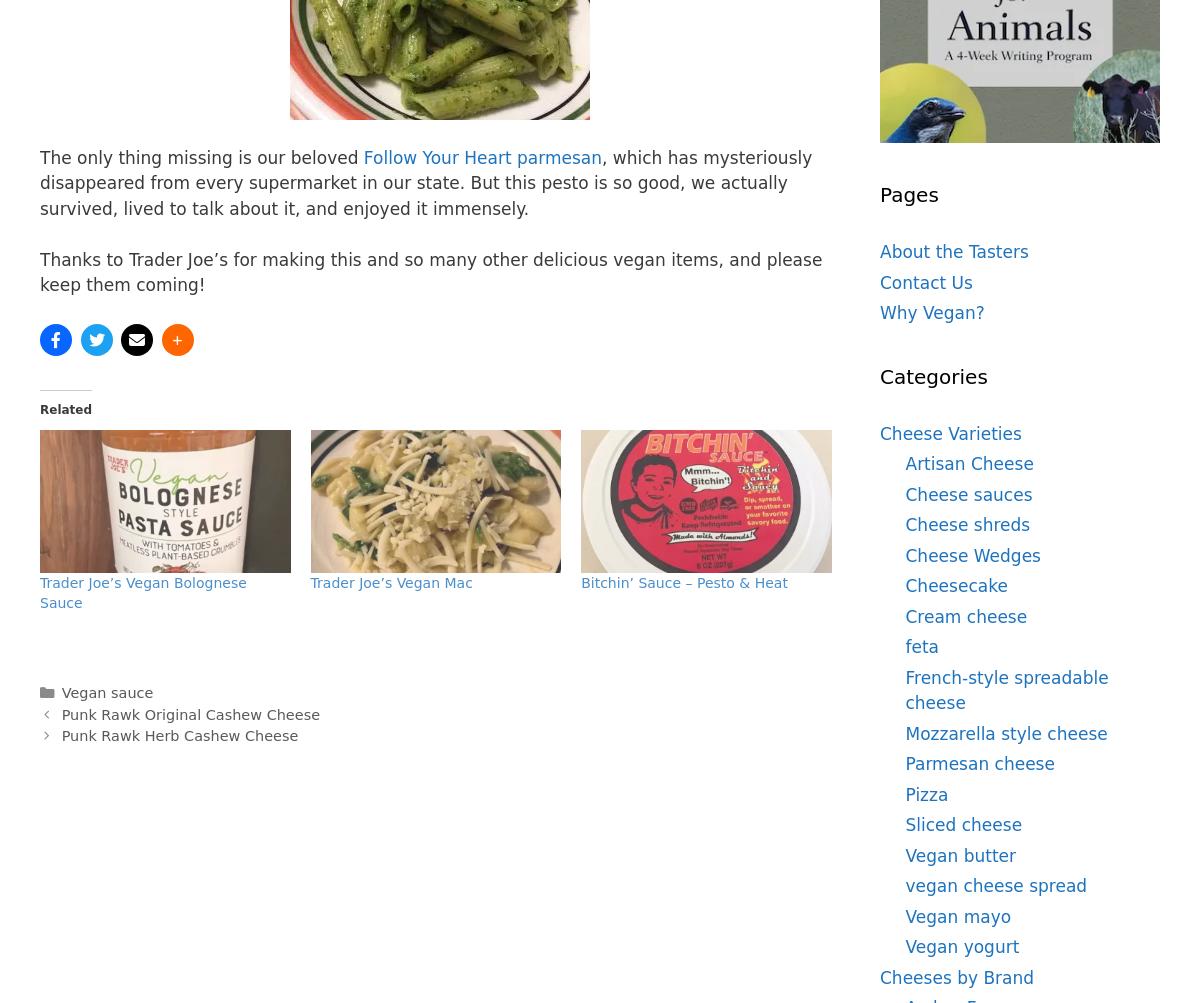 The image size is (1200, 1003). Describe the element at coordinates (1006, 689) in the screenshot. I see `'French-style spreadable cheese'` at that location.